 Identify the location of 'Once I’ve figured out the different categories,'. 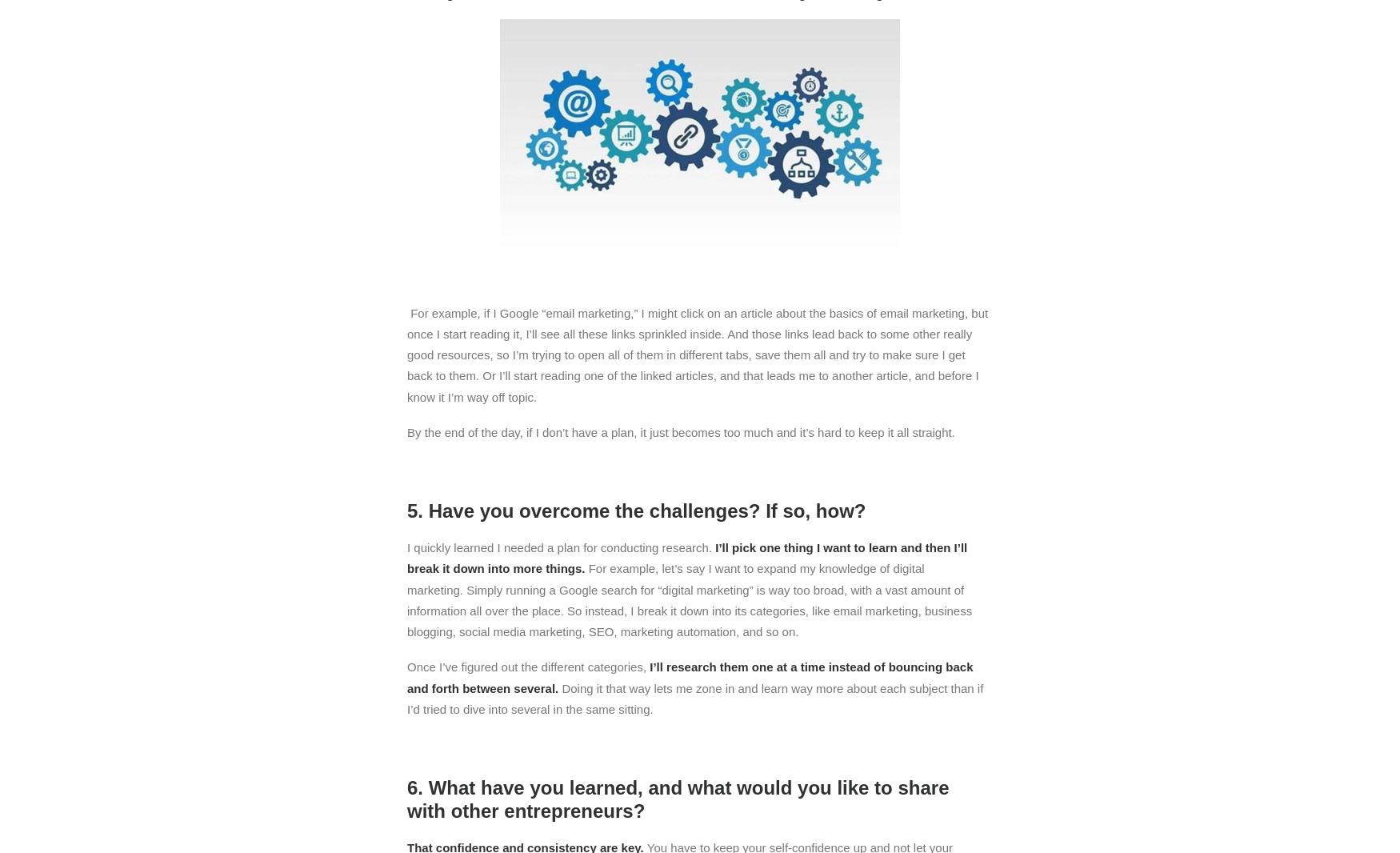
(406, 667).